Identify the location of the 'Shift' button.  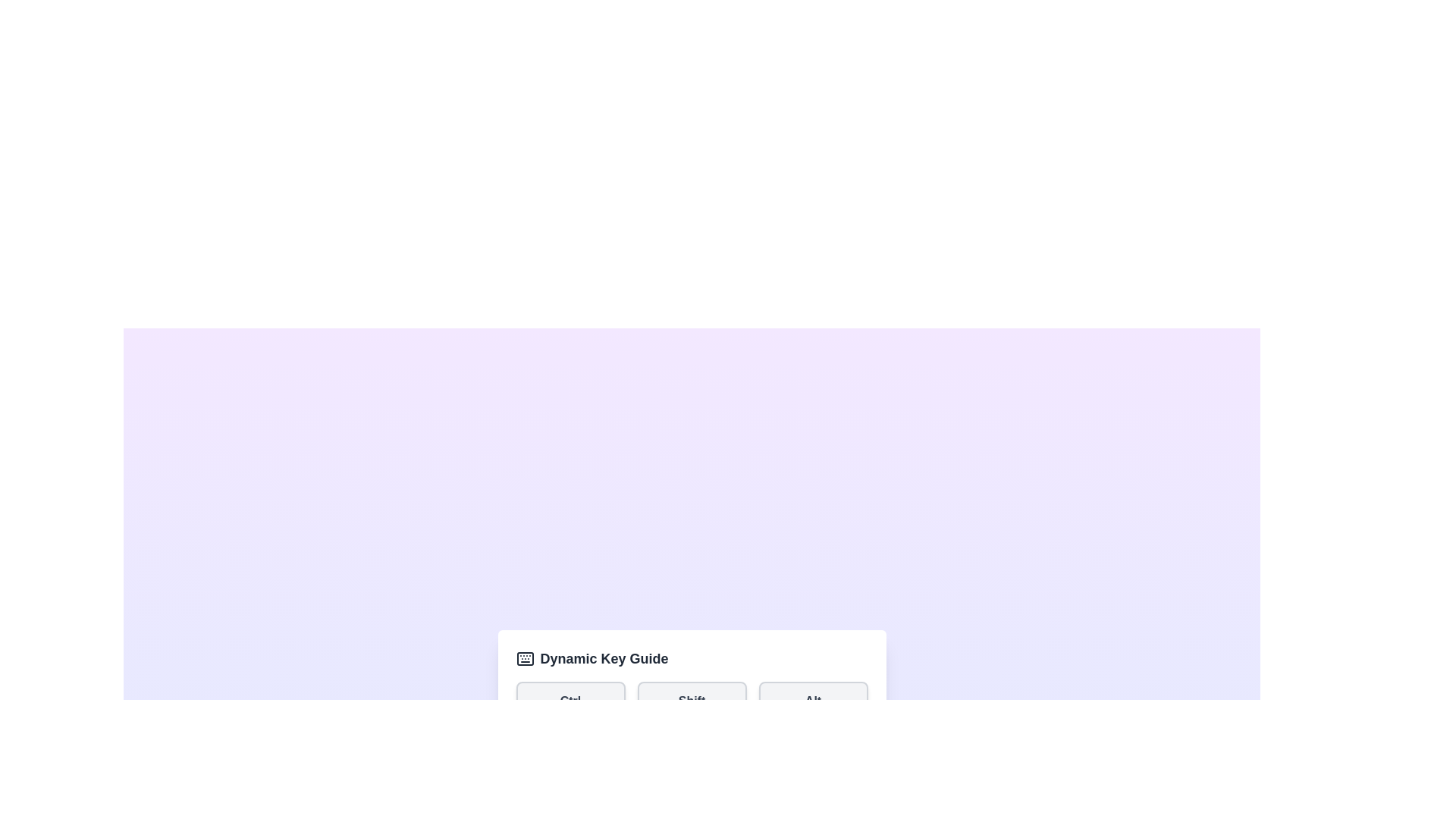
(691, 701).